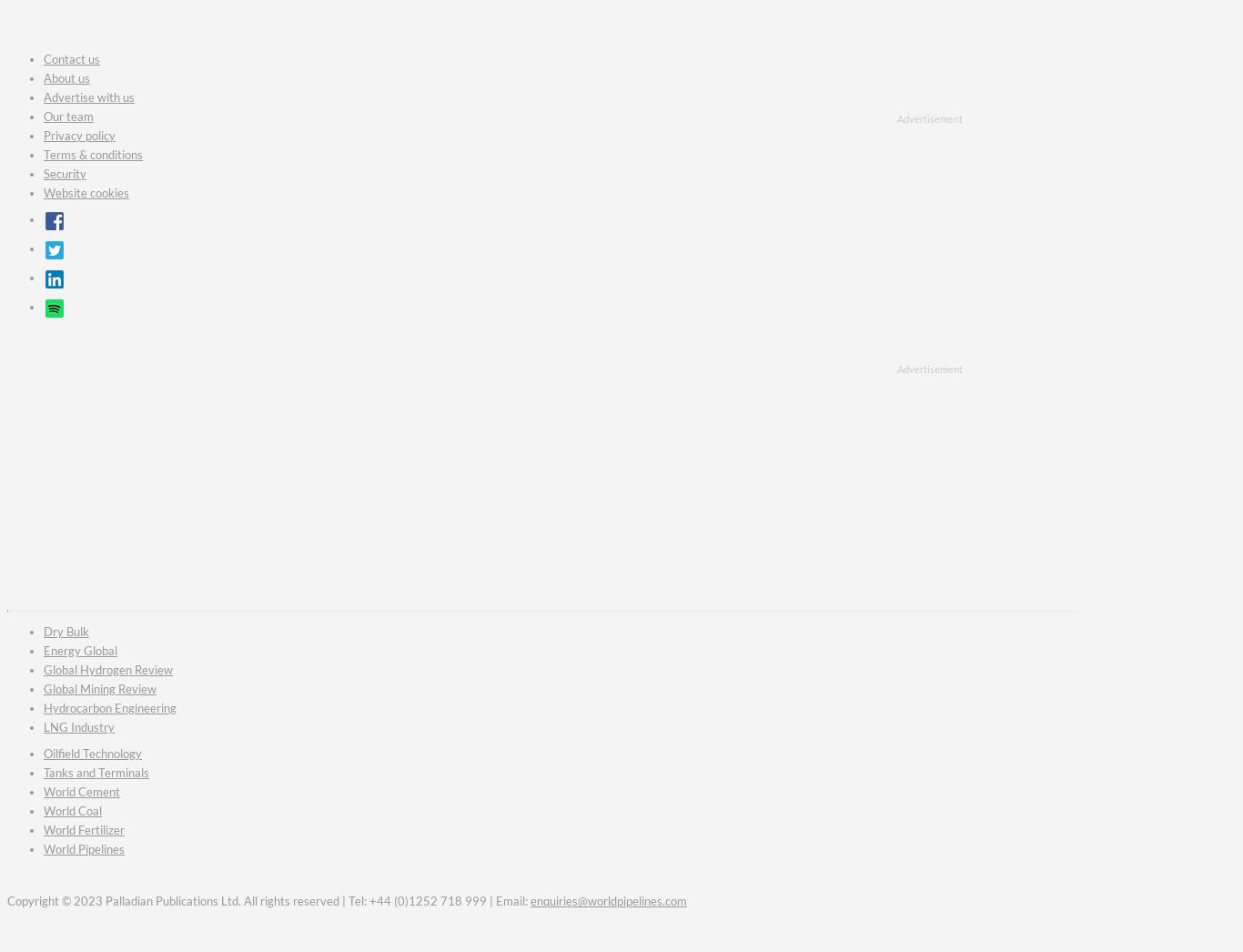 The image size is (1243, 952). What do you see at coordinates (65, 172) in the screenshot?
I see `'Security'` at bounding box center [65, 172].